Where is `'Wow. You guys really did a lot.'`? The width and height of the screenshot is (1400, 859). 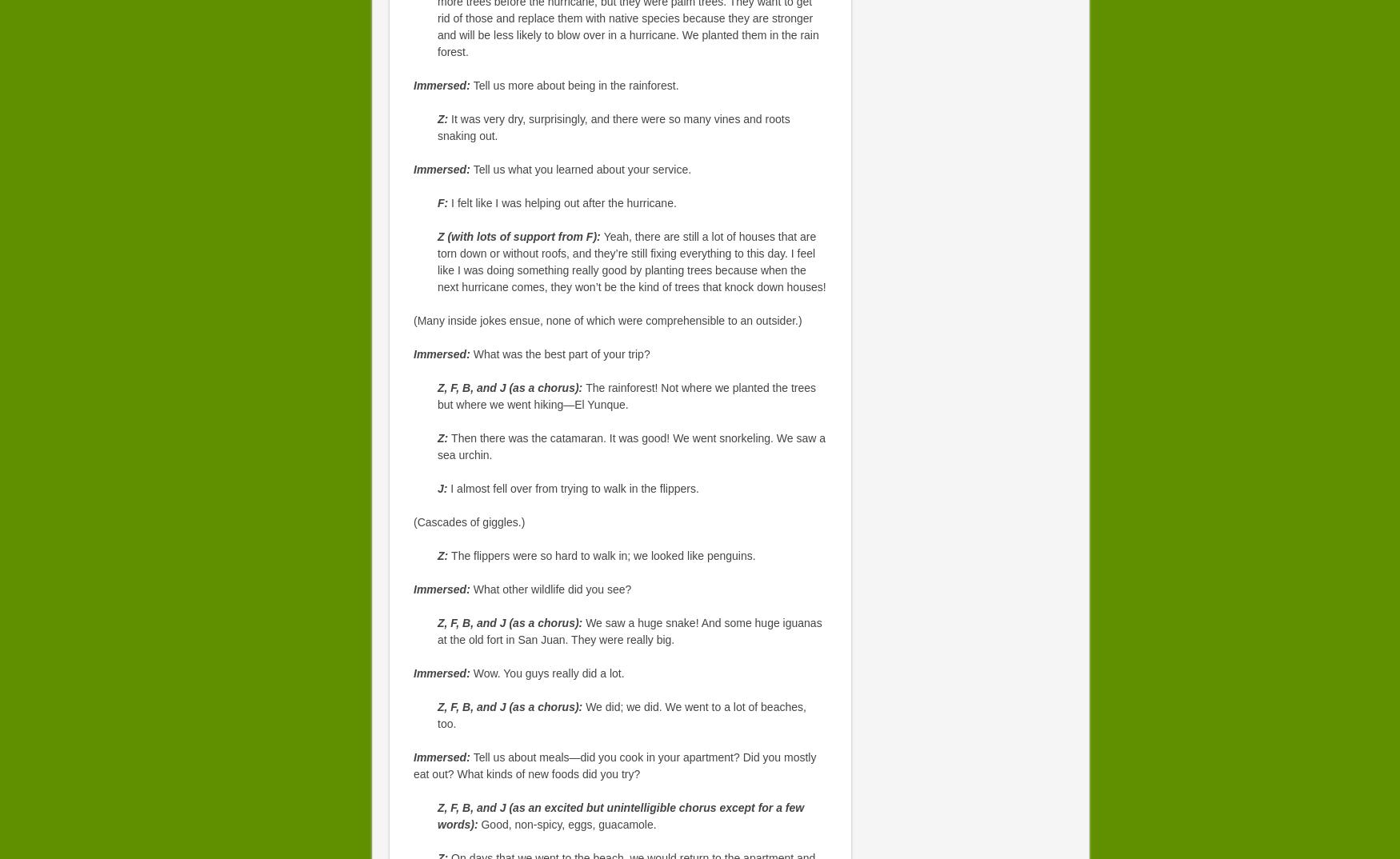 'Wow. You guys really did a lot.' is located at coordinates (547, 673).